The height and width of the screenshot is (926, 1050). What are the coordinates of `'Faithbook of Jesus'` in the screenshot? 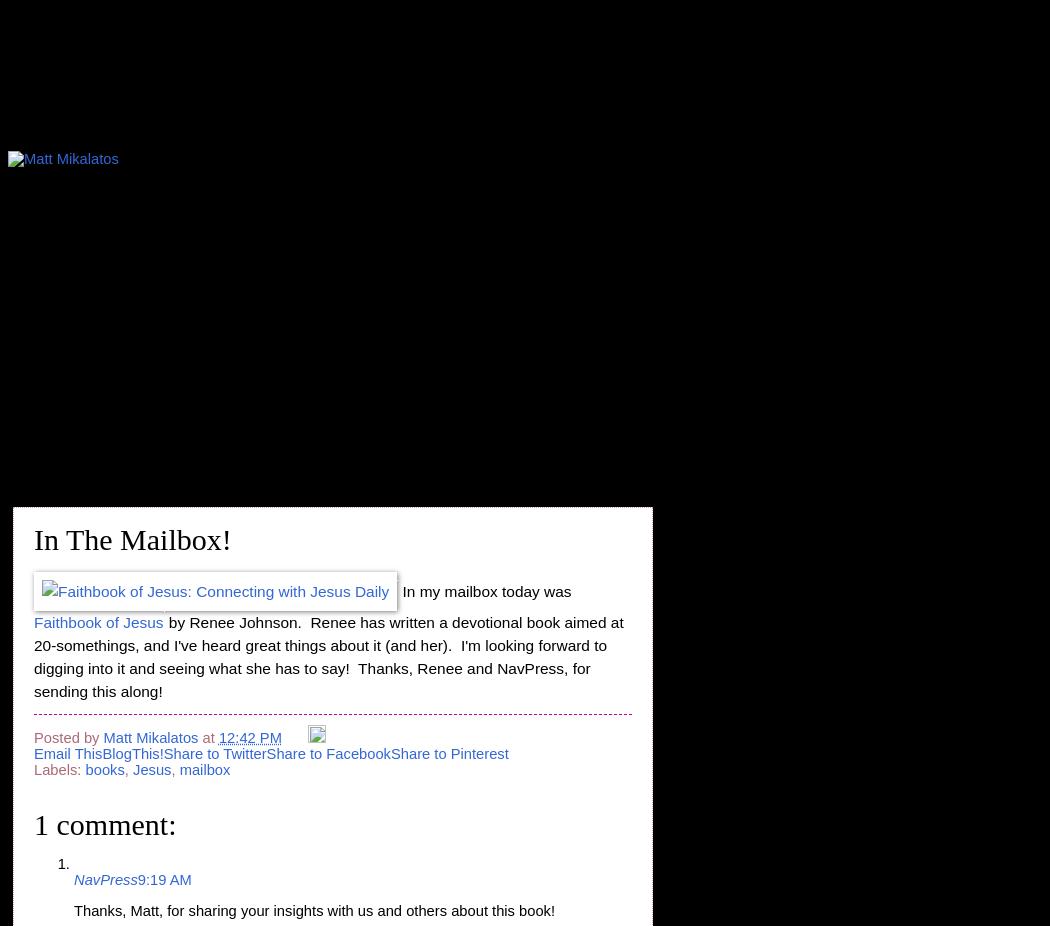 It's located at (34, 620).